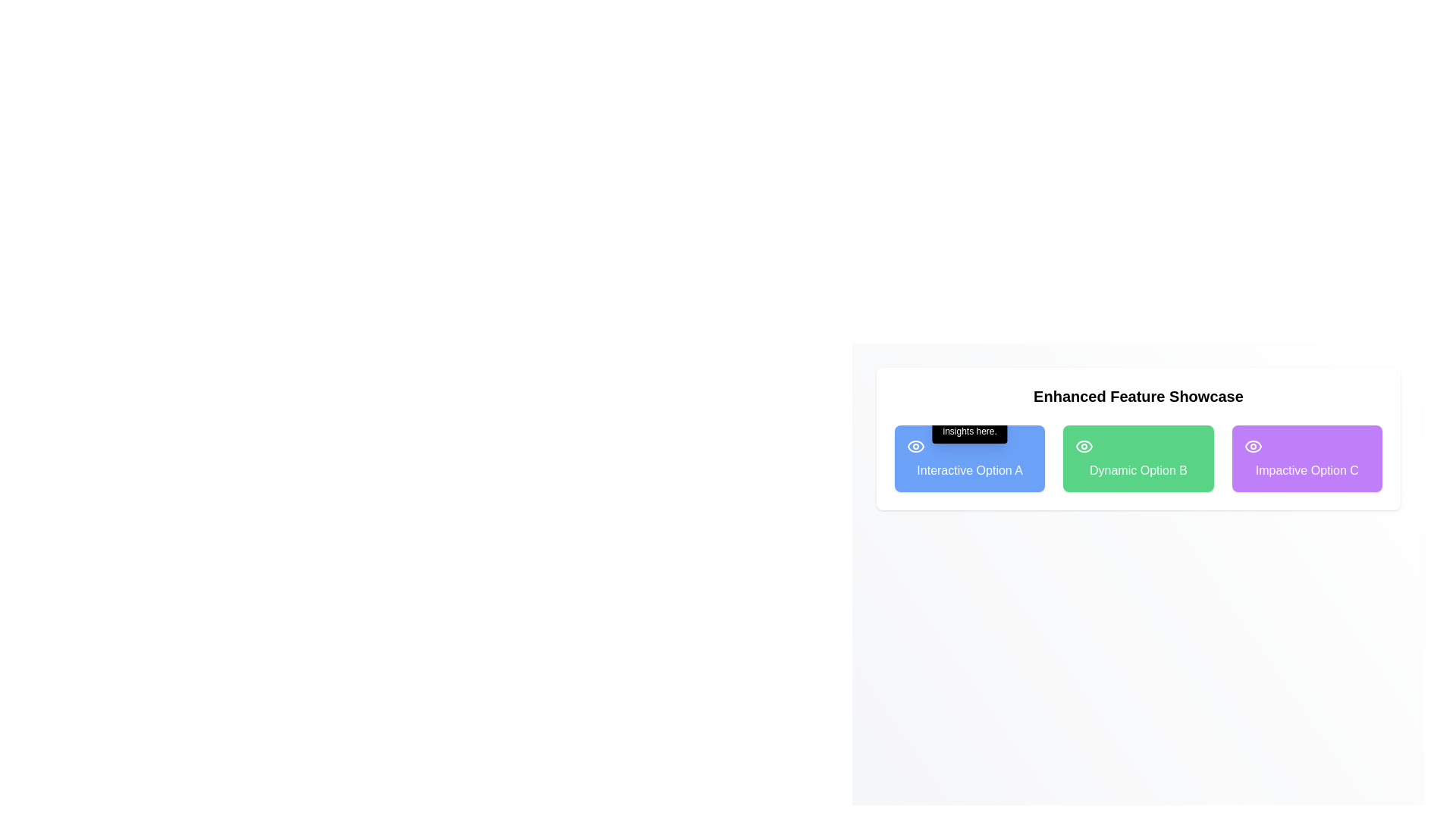  What do you see at coordinates (1084, 446) in the screenshot?
I see `the eye icon in the middle card labeled 'Dynamic Option B', which serves as a button for view-related actions` at bounding box center [1084, 446].